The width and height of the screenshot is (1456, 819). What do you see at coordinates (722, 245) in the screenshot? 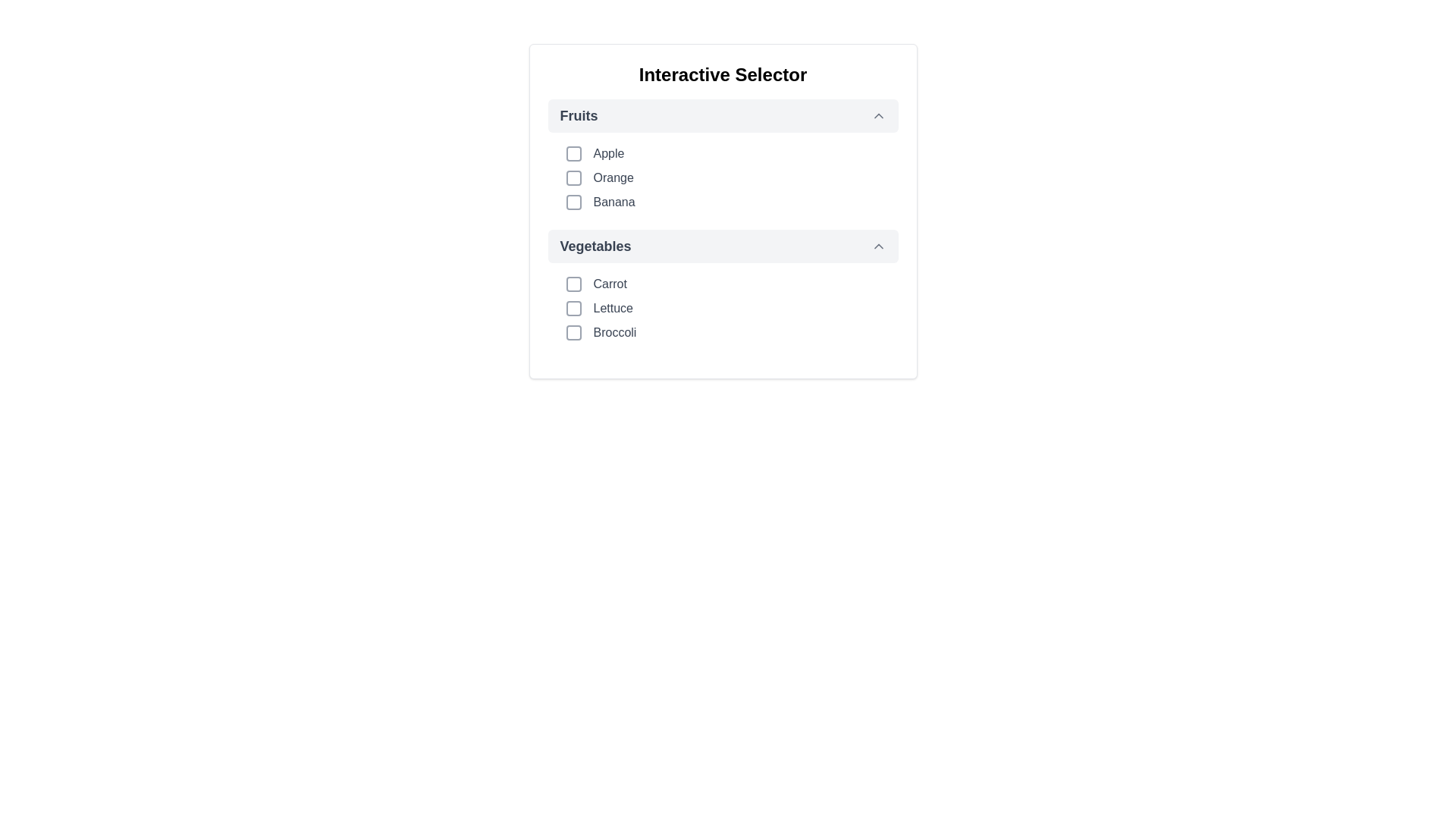
I see `the Dropdown header row labeled 'Vegetables' for keyboard interaction` at bounding box center [722, 245].